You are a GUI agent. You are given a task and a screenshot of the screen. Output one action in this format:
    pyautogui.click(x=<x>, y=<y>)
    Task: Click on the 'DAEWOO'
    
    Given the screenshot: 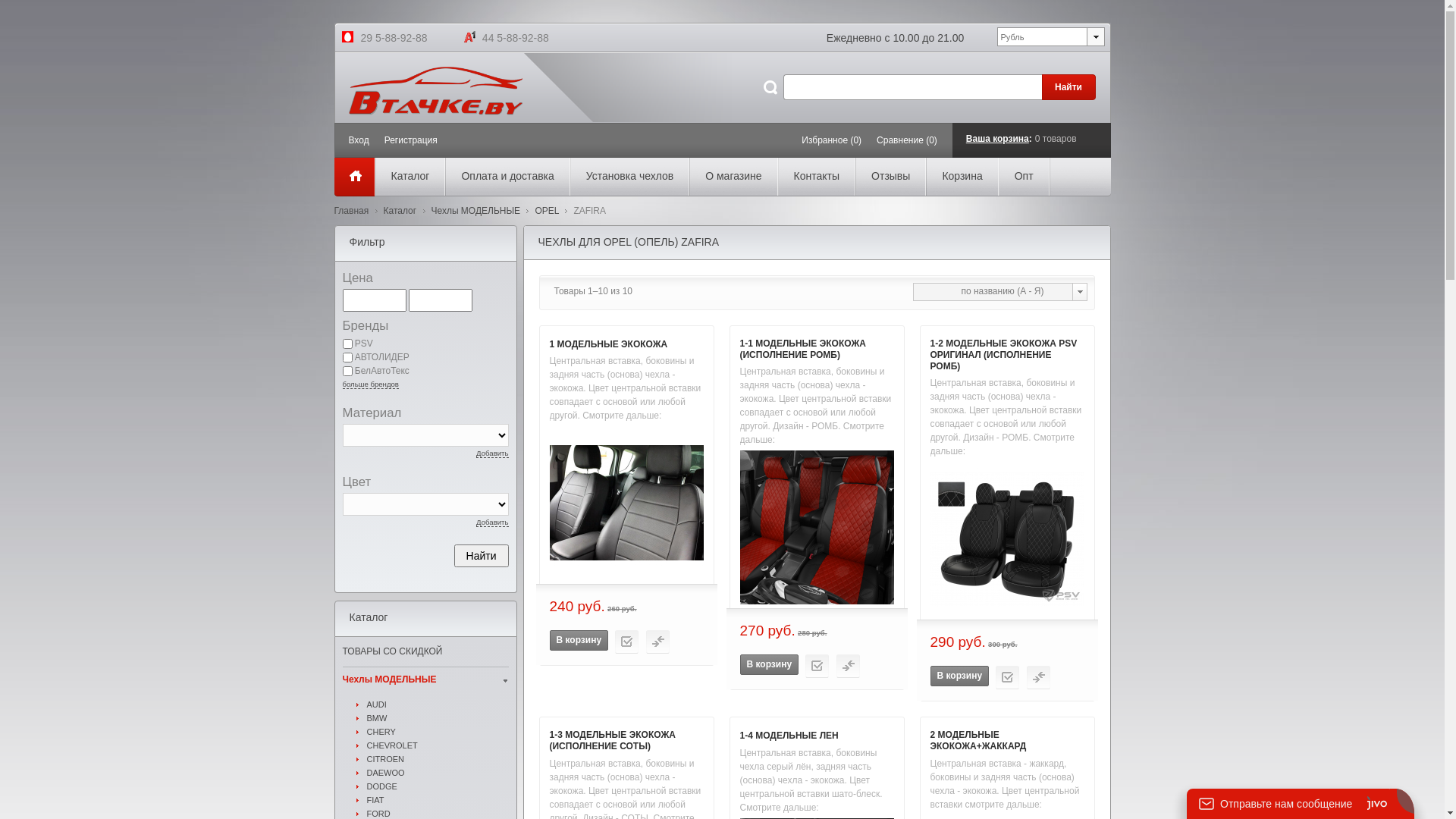 What is the action you would take?
    pyautogui.click(x=437, y=772)
    